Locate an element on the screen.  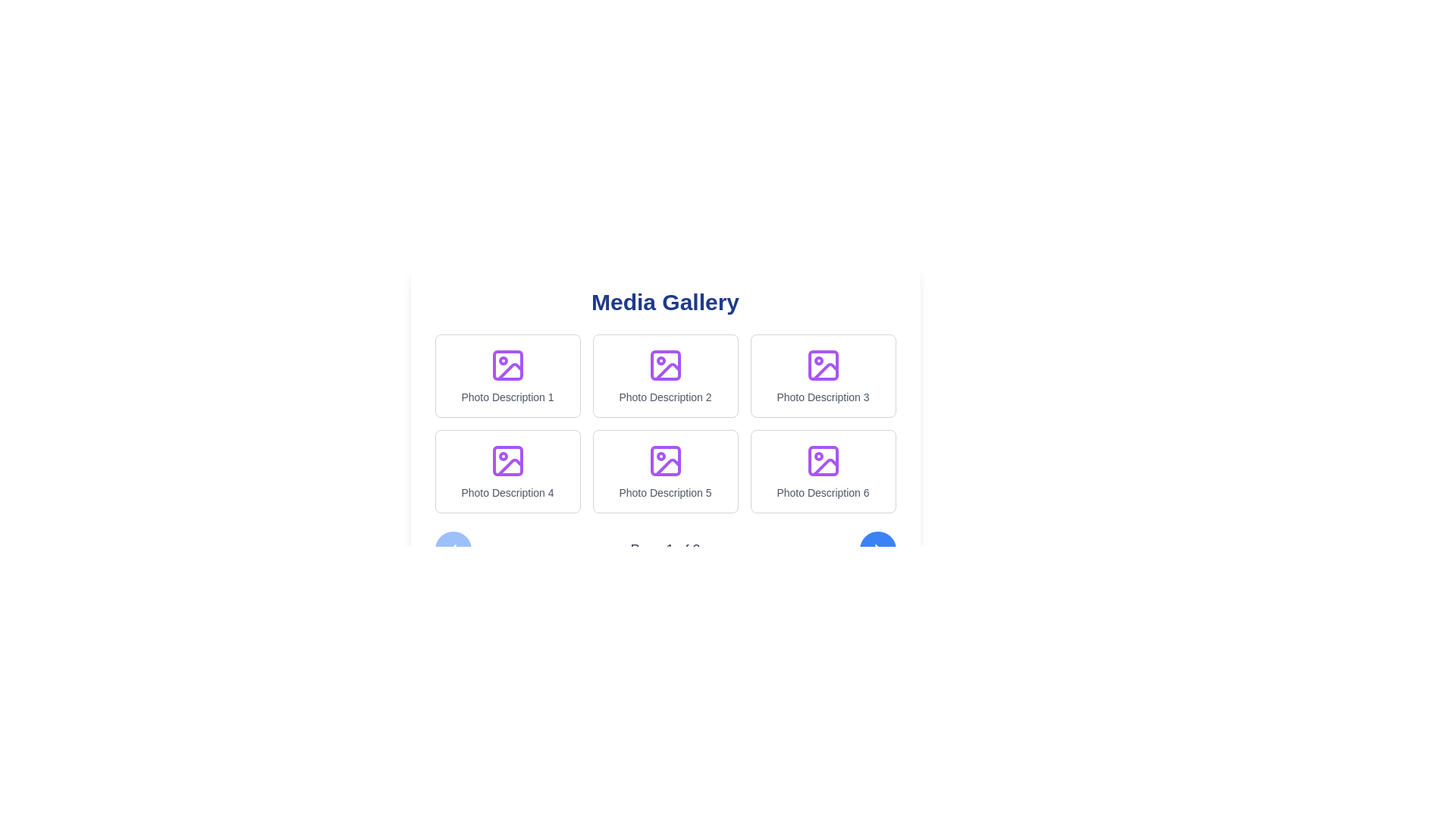
the decorative shape within the media gallery icon, which is centrally aligned in the fifth position of the grid layout and has a purple hue is located at coordinates (665, 460).